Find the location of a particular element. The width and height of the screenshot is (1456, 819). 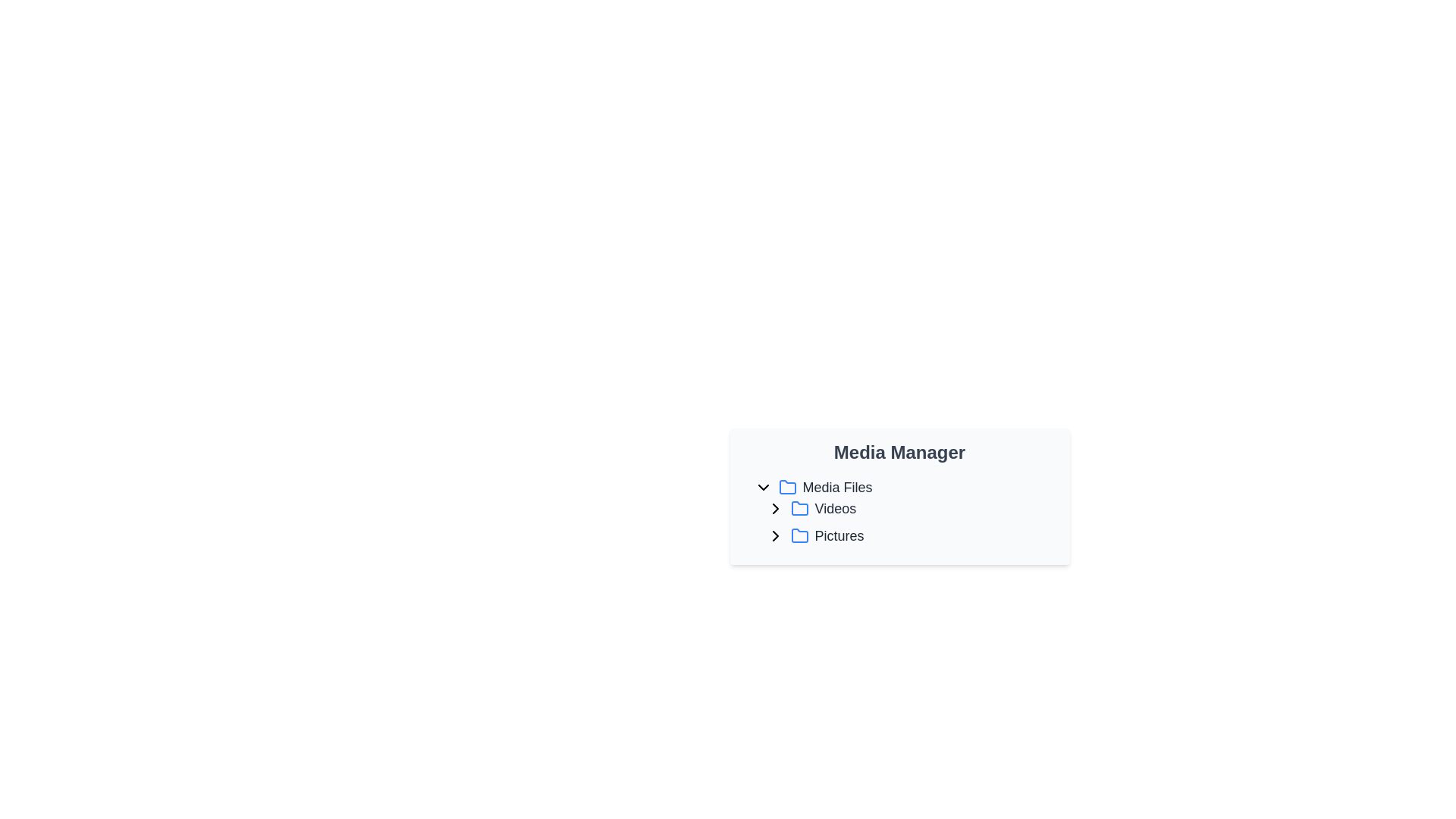

the 'Videos' folder label in the Media Manager is located at coordinates (834, 509).